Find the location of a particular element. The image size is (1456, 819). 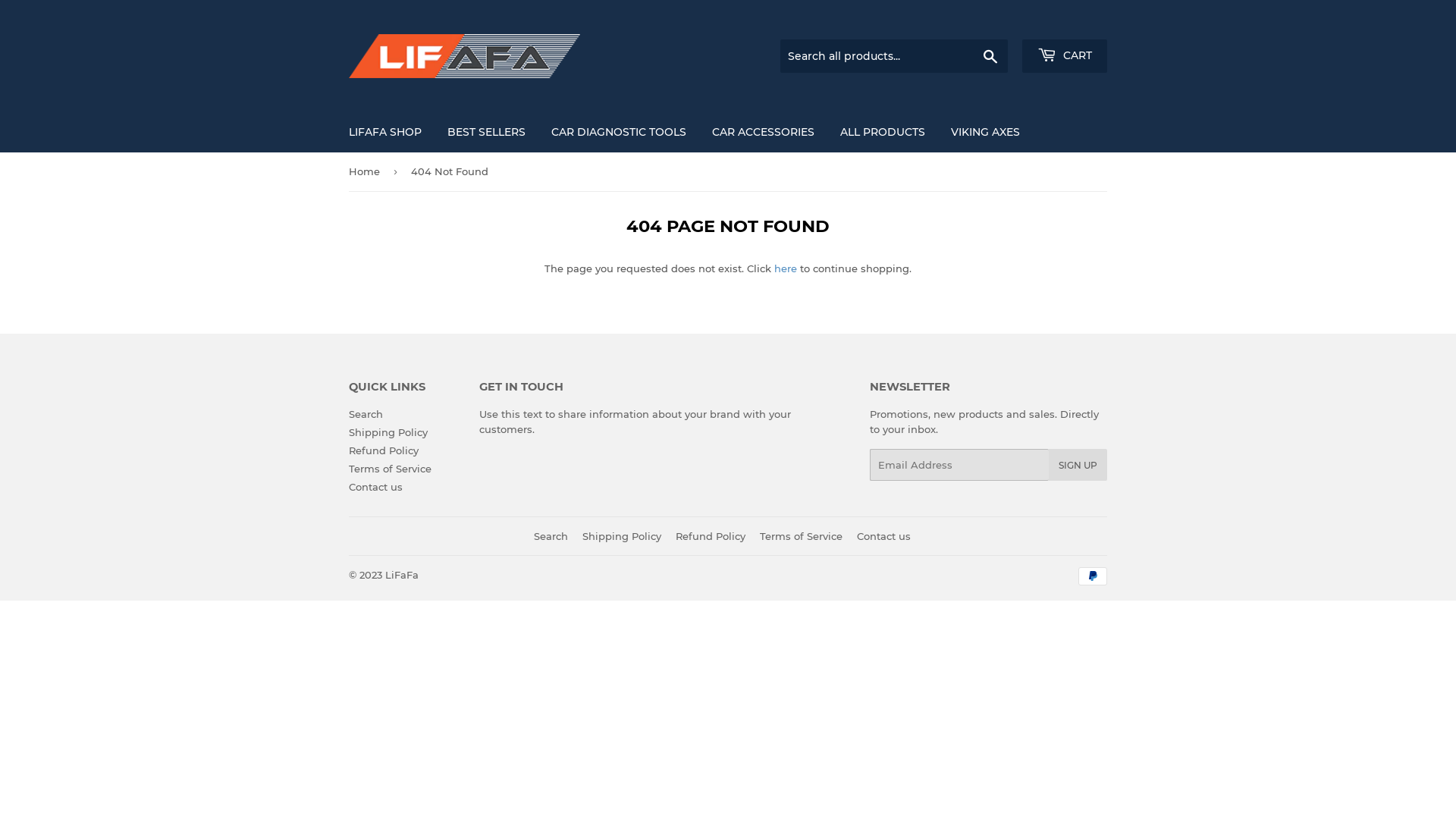

'Search' is located at coordinates (550, 534).